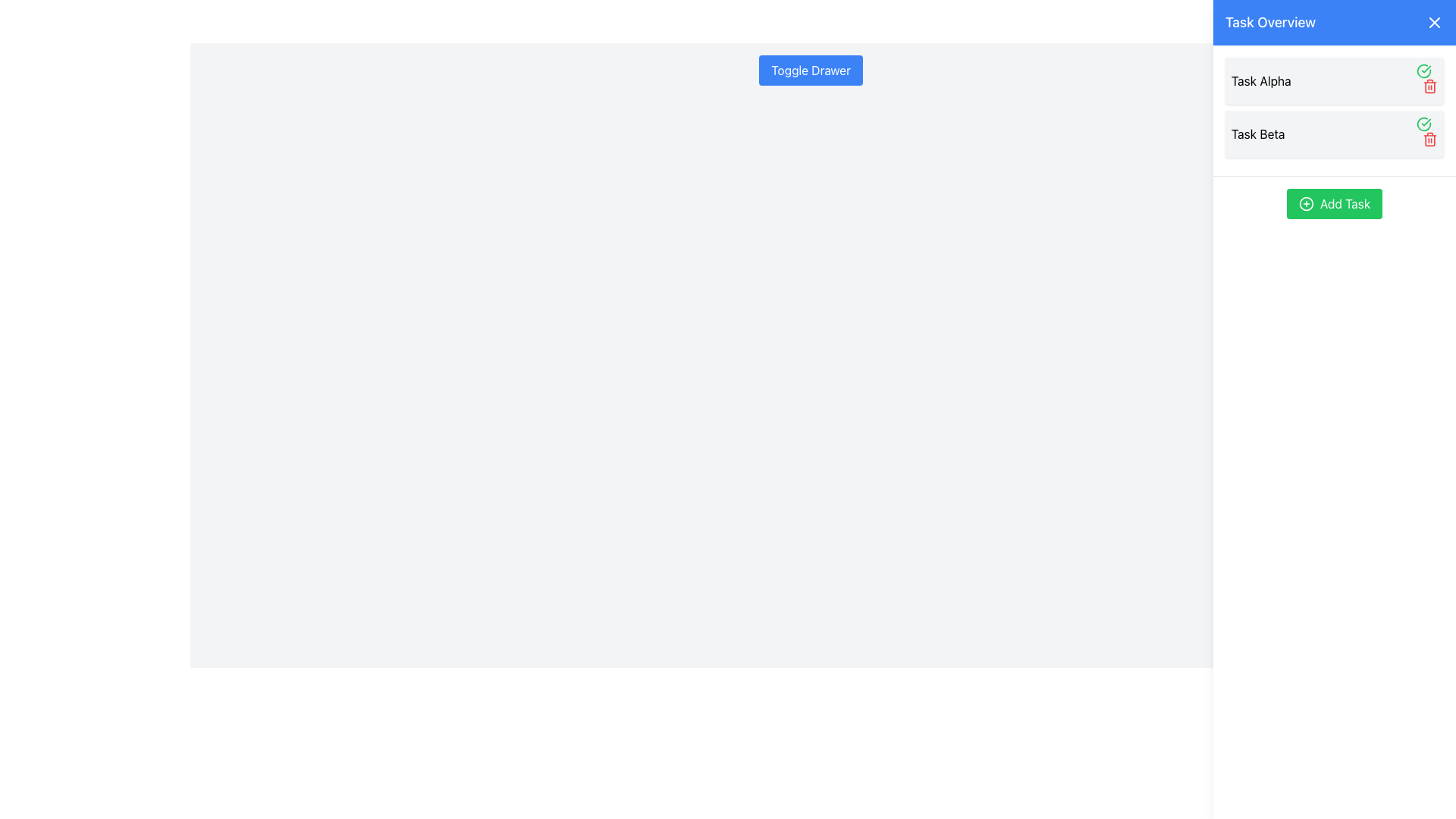 The image size is (1456, 819). I want to click on the text label that serves as the title of the second task entry in the 'Task Overview' sidebar, positioned below 'Task Alpha' and above the 'Add Task' button, so click(1258, 133).